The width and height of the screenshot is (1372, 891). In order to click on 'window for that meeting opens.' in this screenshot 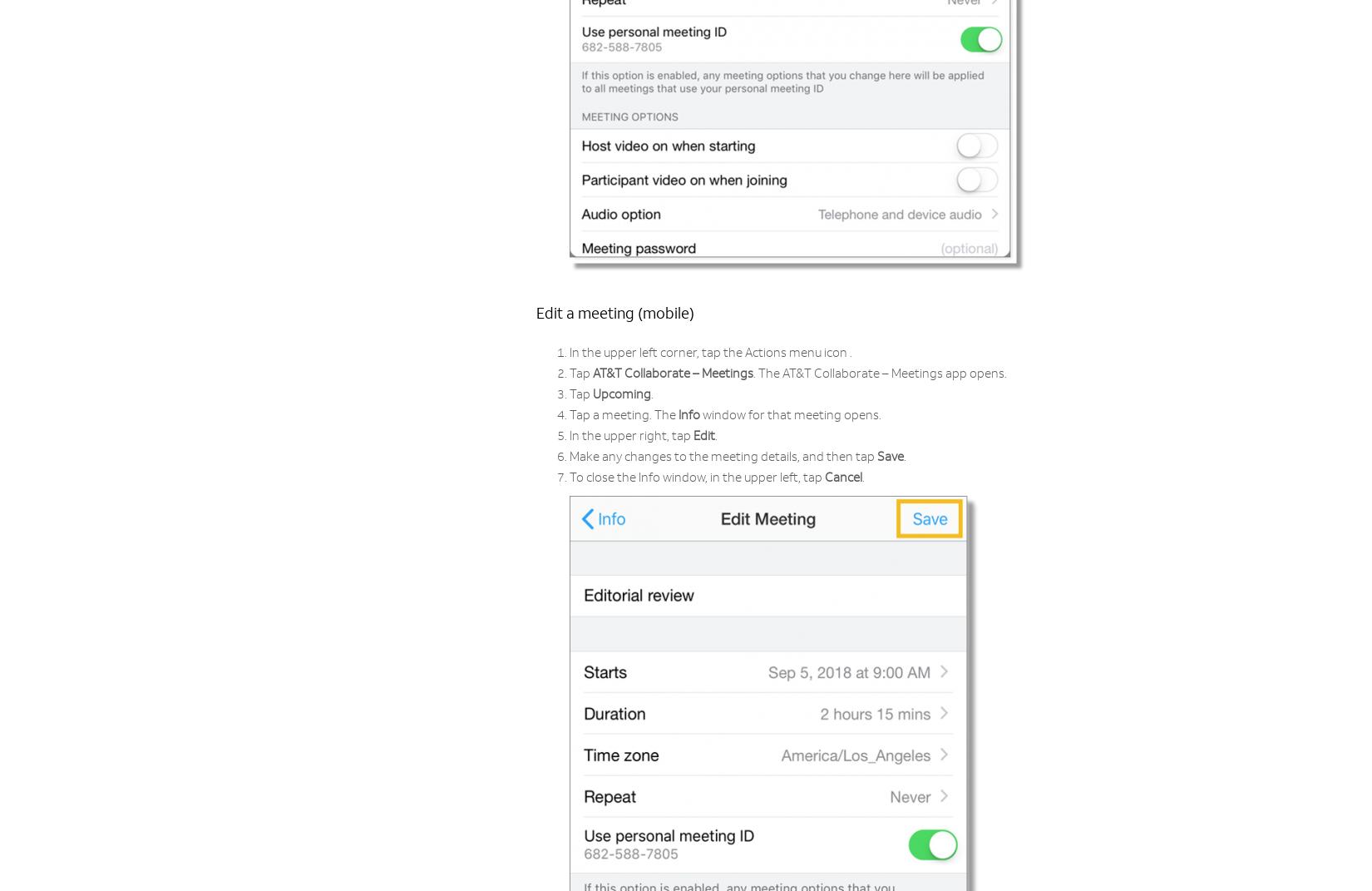, I will do `click(791, 415)`.